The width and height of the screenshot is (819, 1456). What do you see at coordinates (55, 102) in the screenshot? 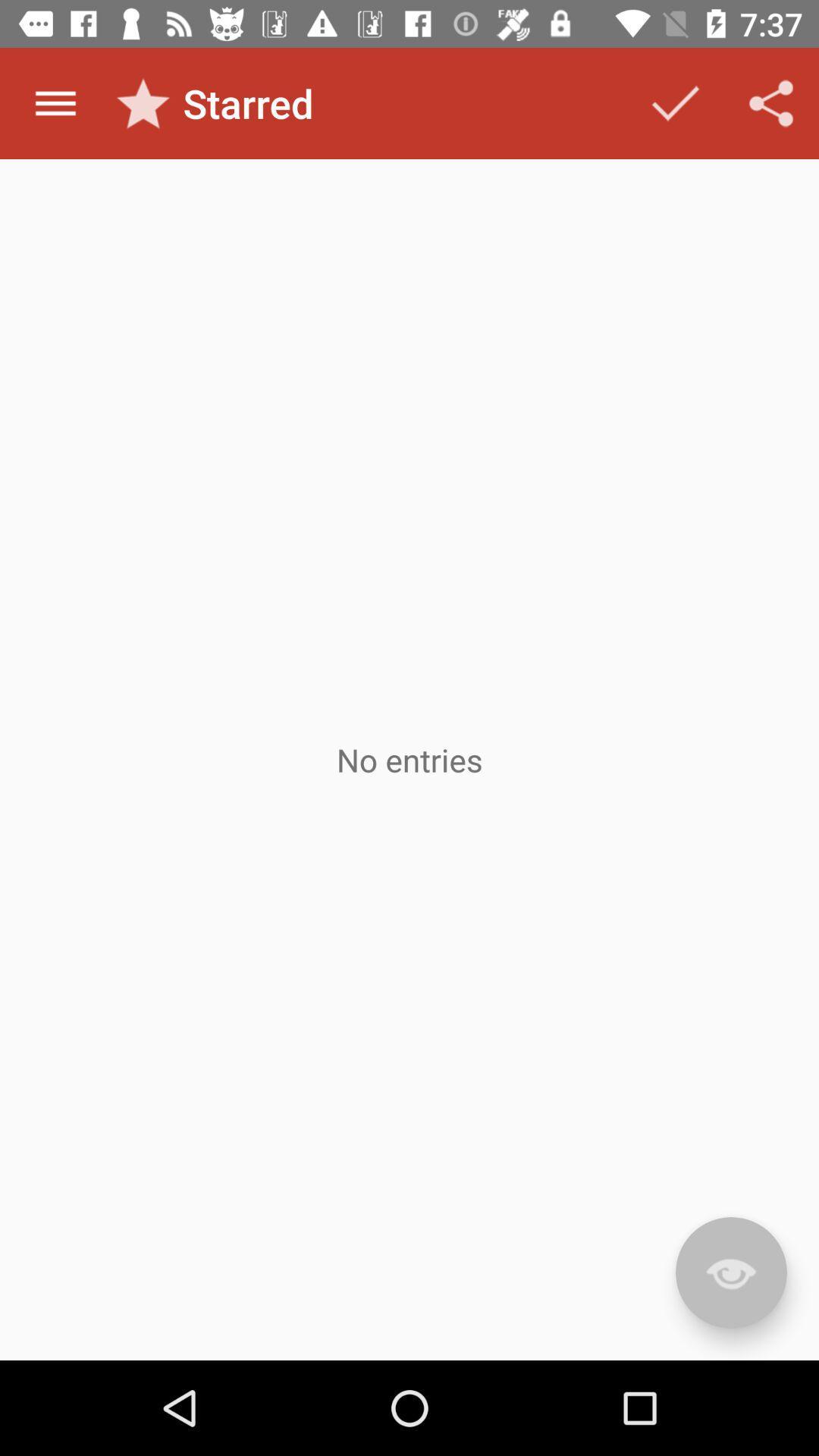
I see `icon above no entries app` at bounding box center [55, 102].